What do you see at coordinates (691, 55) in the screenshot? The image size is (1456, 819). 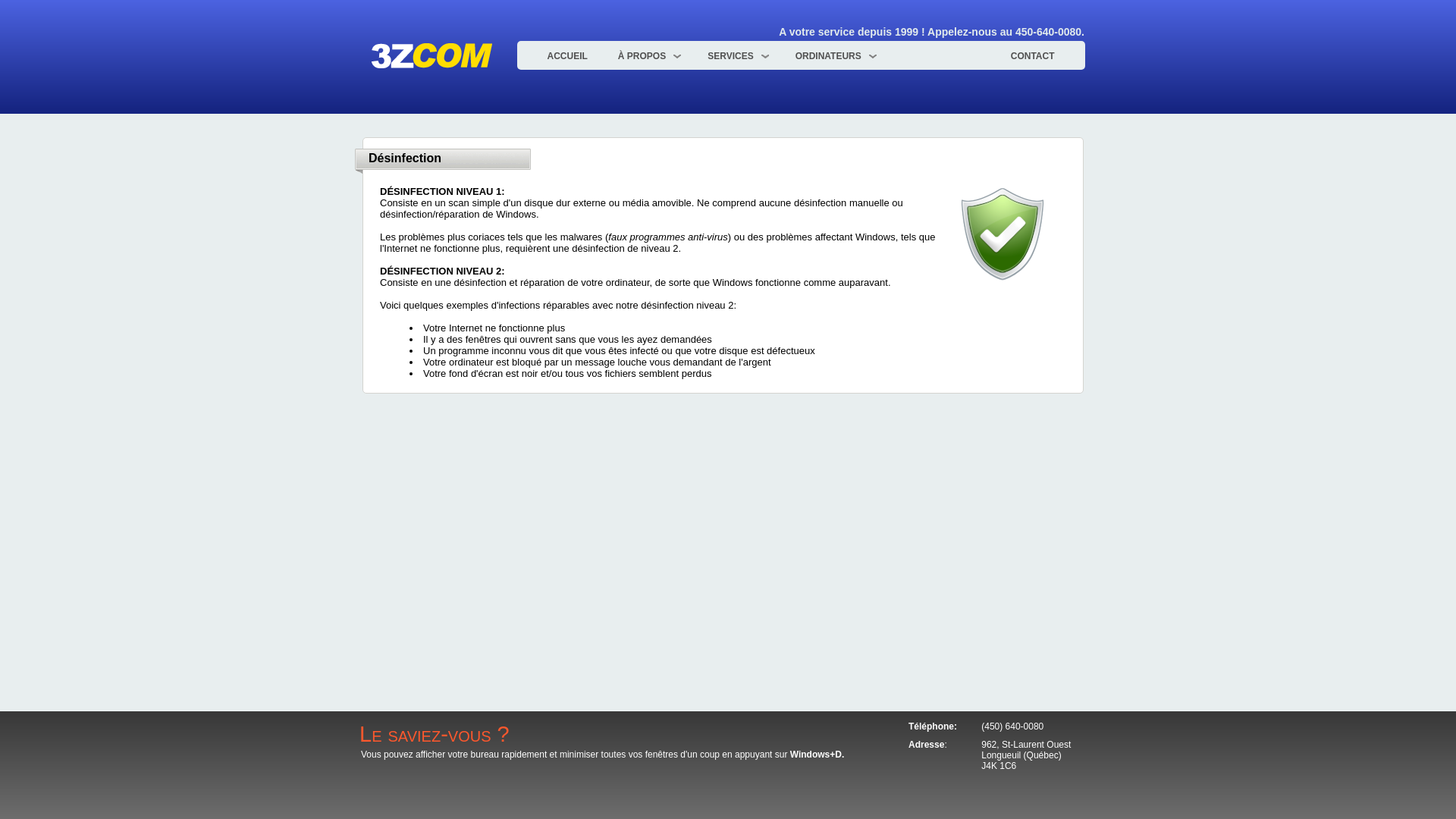 I see `'SERVICES'` at bounding box center [691, 55].